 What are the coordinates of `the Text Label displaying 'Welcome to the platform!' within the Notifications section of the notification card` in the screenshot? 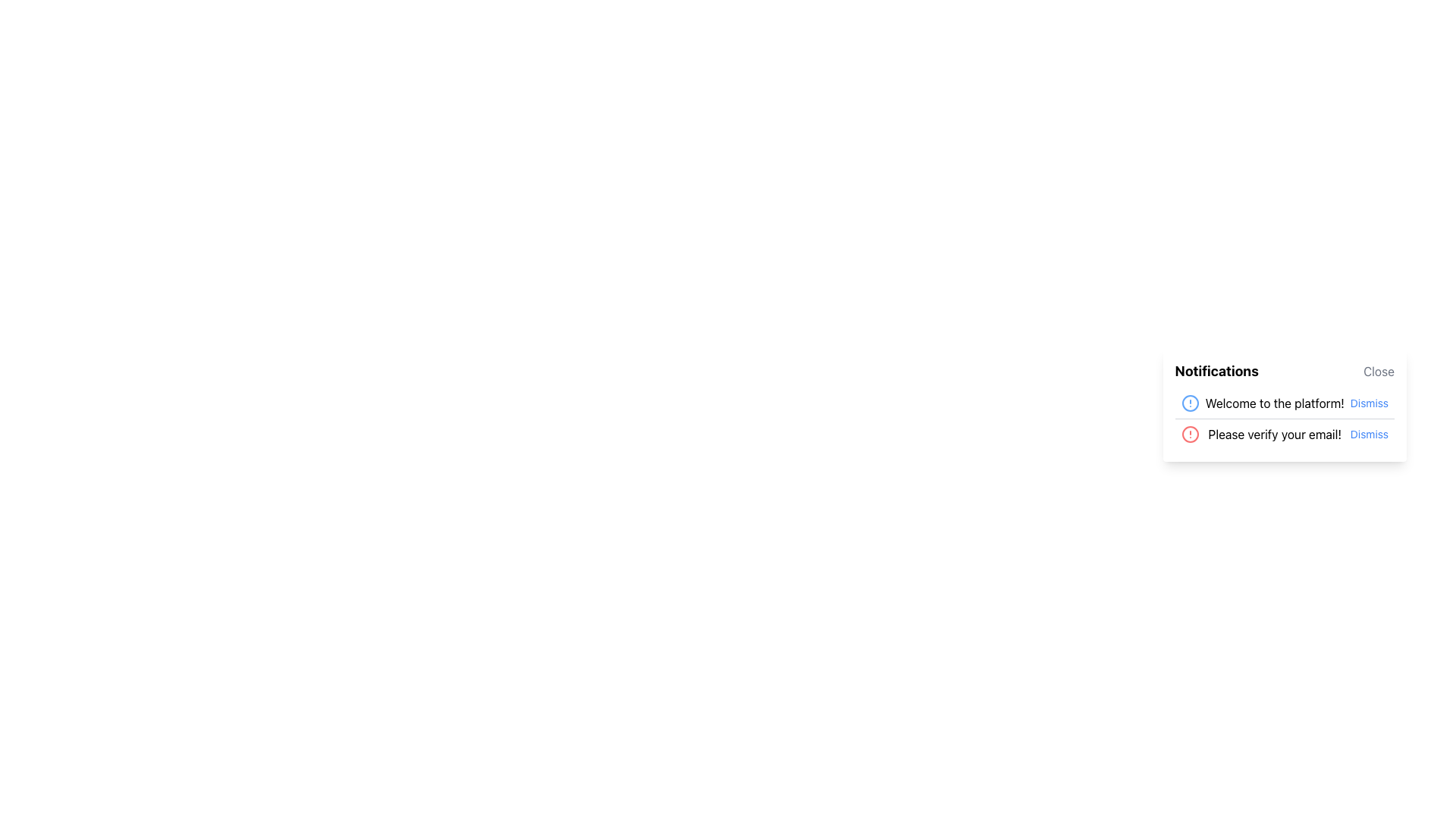 It's located at (1274, 403).